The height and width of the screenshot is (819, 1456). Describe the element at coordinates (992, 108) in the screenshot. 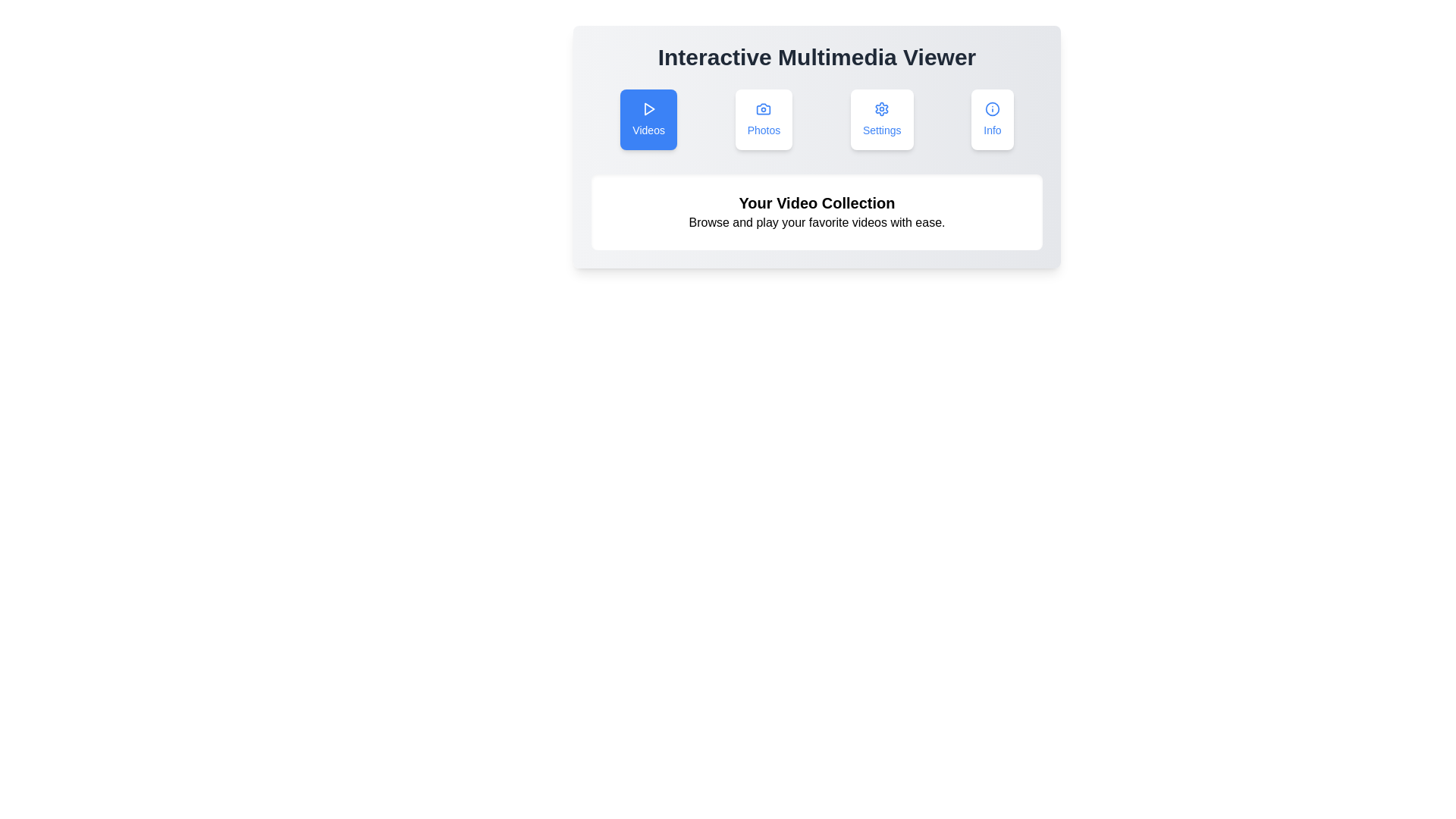

I see `the informational icon located in the top-right corner of the 'Info' box, which is the fourth icon from the left in the navigation grid of the 'Interactive Multimedia Viewer.'` at that location.